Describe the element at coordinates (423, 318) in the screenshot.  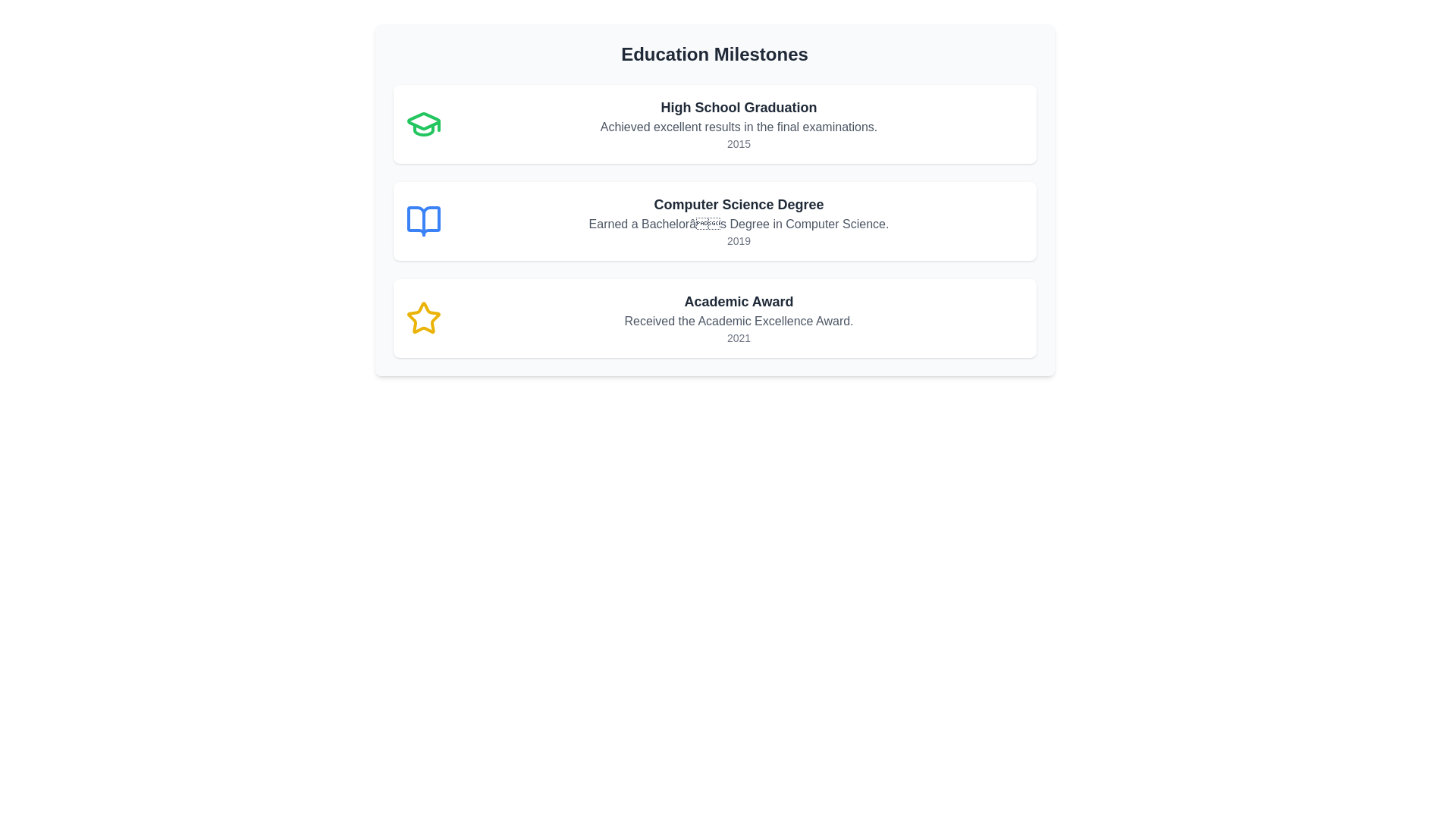
I see `the yellow star icon representing recognition, achievement, or excellence in the 'Academic Award' section of the Education Milestones card` at that location.